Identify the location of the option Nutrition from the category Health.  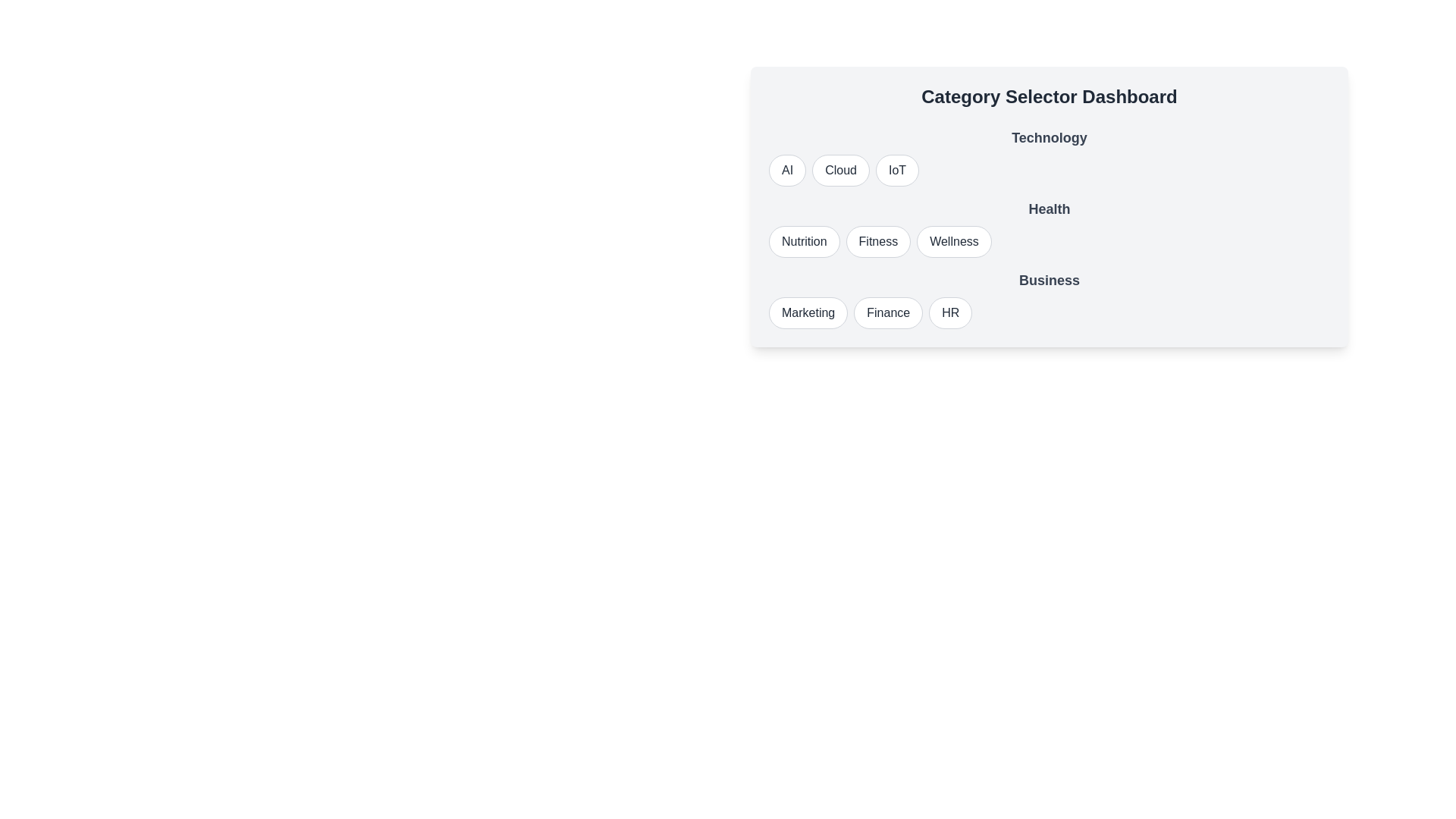
(803, 241).